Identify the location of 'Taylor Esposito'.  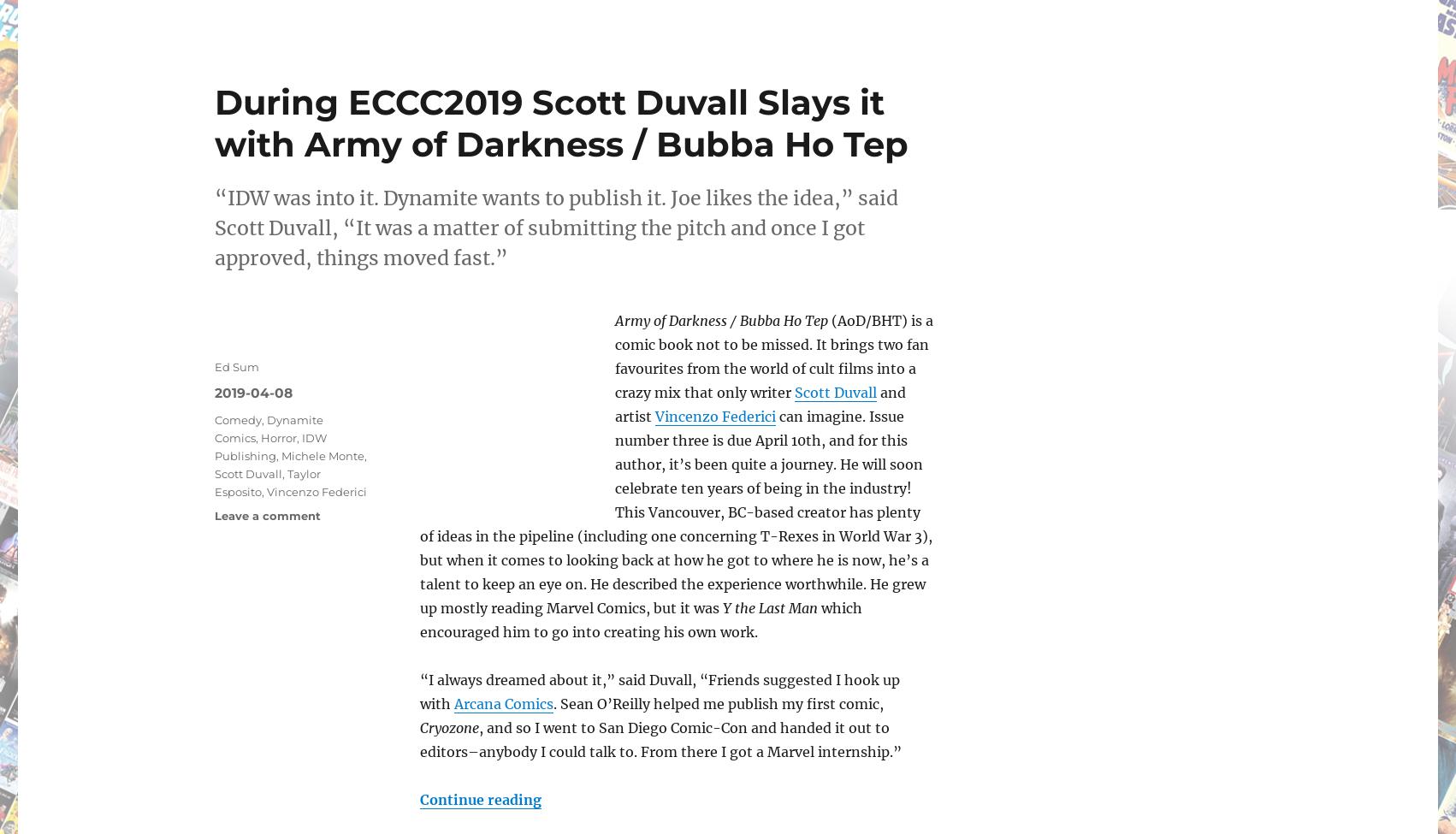
(267, 481).